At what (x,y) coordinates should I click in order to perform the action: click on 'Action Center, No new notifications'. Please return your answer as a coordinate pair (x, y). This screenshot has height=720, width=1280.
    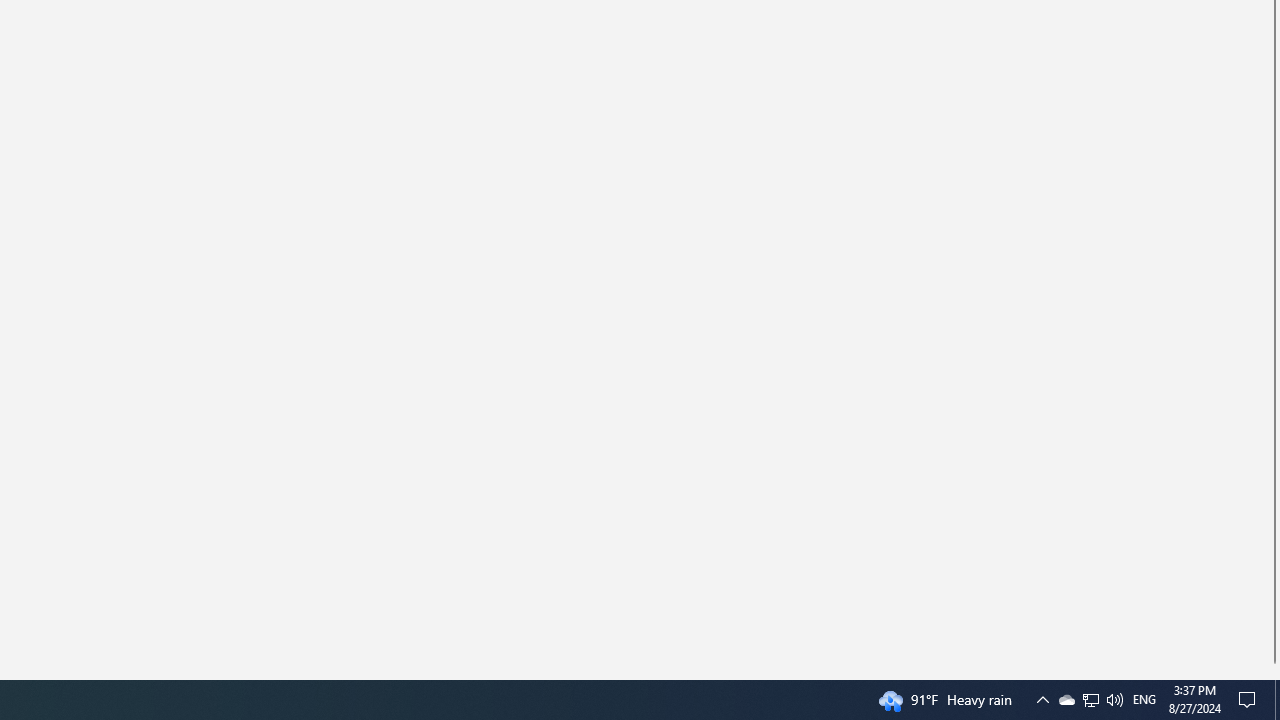
    Looking at the image, I should click on (1271, 672).